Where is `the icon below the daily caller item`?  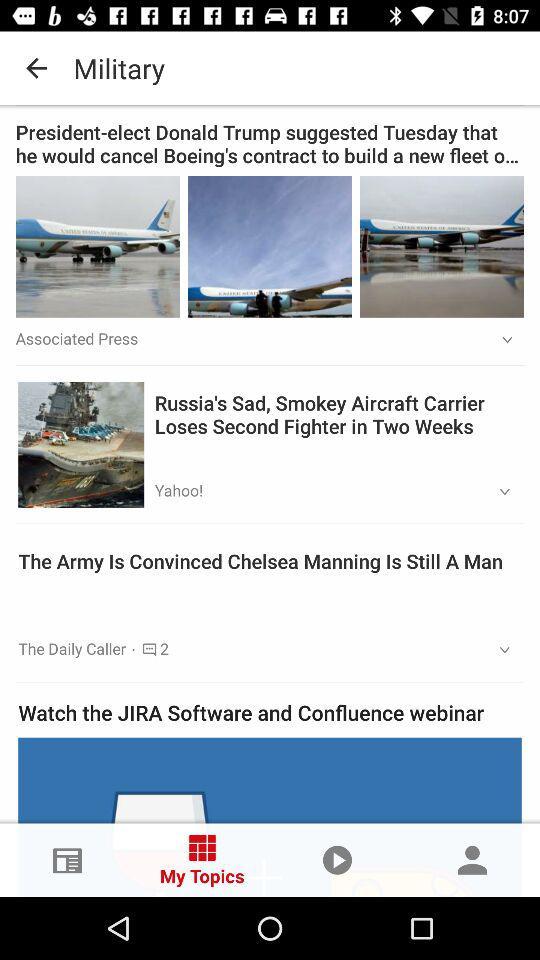
the icon below the daily caller item is located at coordinates (270, 712).